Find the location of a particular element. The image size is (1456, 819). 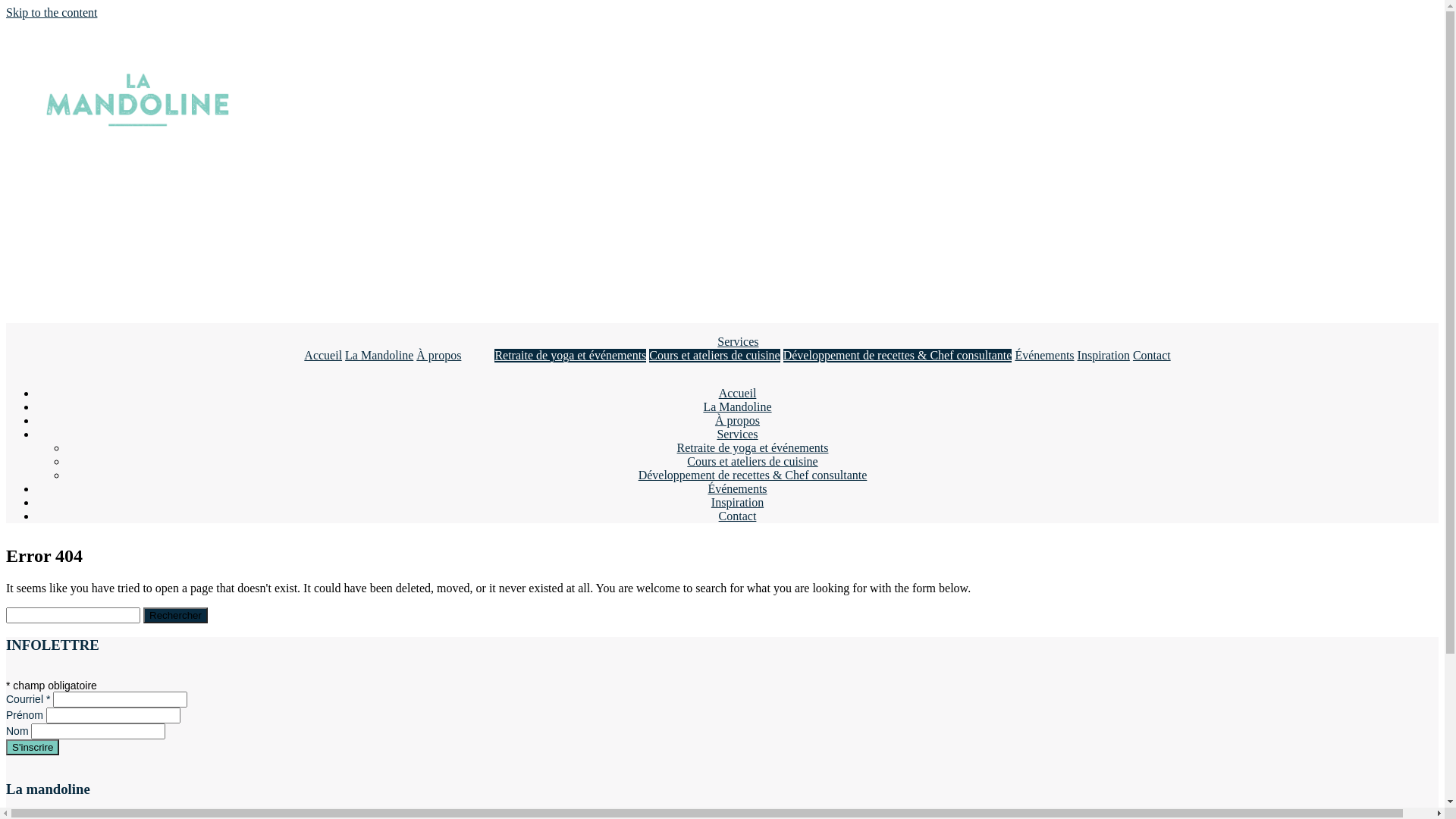

'La Mandoline' is located at coordinates (736, 406).